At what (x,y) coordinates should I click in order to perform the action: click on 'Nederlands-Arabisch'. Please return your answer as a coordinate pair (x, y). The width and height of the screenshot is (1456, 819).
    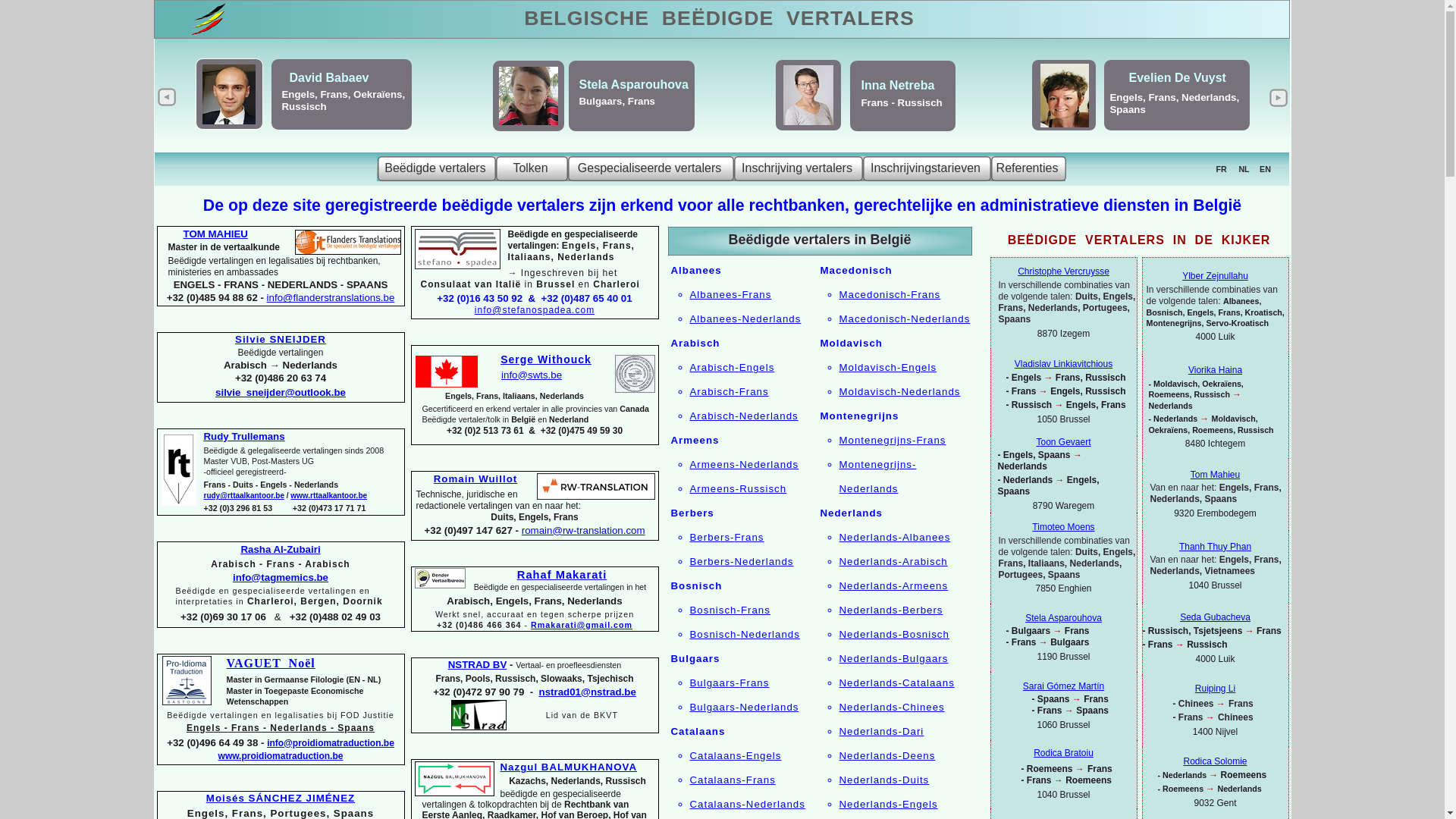
    Looking at the image, I should click on (893, 561).